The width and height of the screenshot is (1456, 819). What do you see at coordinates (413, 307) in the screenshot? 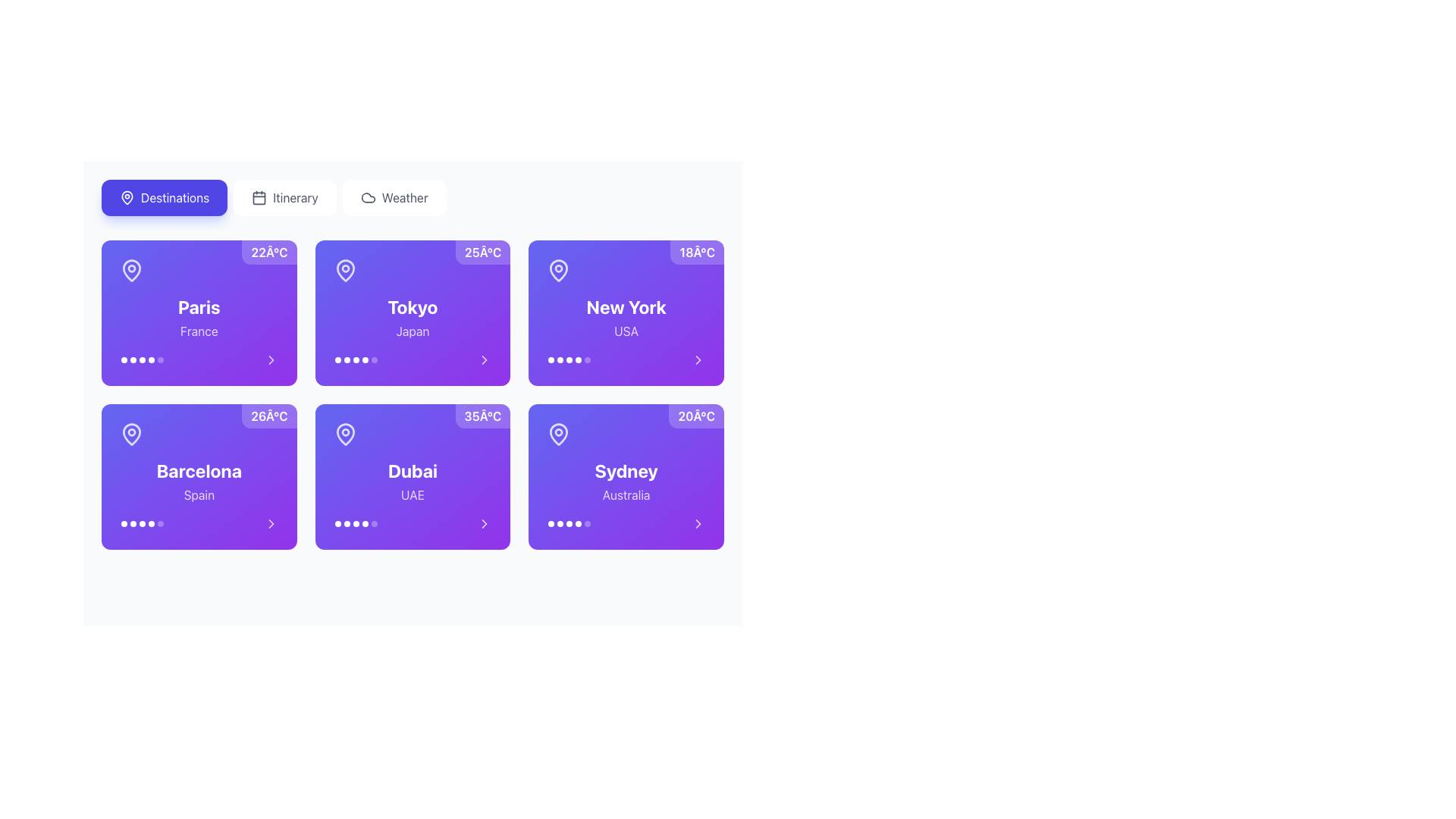
I see `text content of the label displaying 'Tokyo', which is styled in bold, large white font on a purple gradient background and positioned above the word 'Japan'` at bounding box center [413, 307].